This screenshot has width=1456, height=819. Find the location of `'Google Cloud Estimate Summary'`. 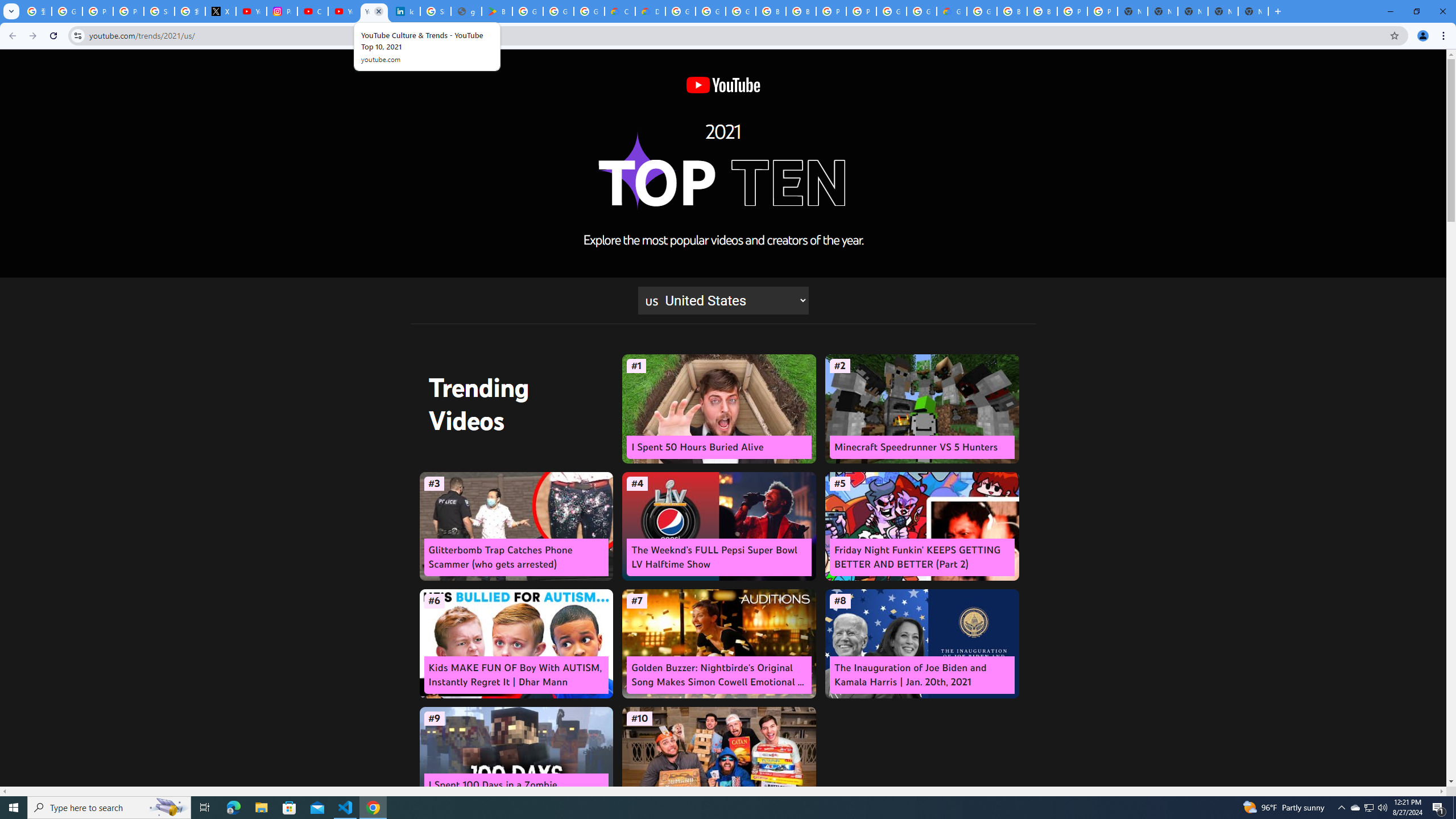

'Google Cloud Estimate Summary' is located at coordinates (952, 11).